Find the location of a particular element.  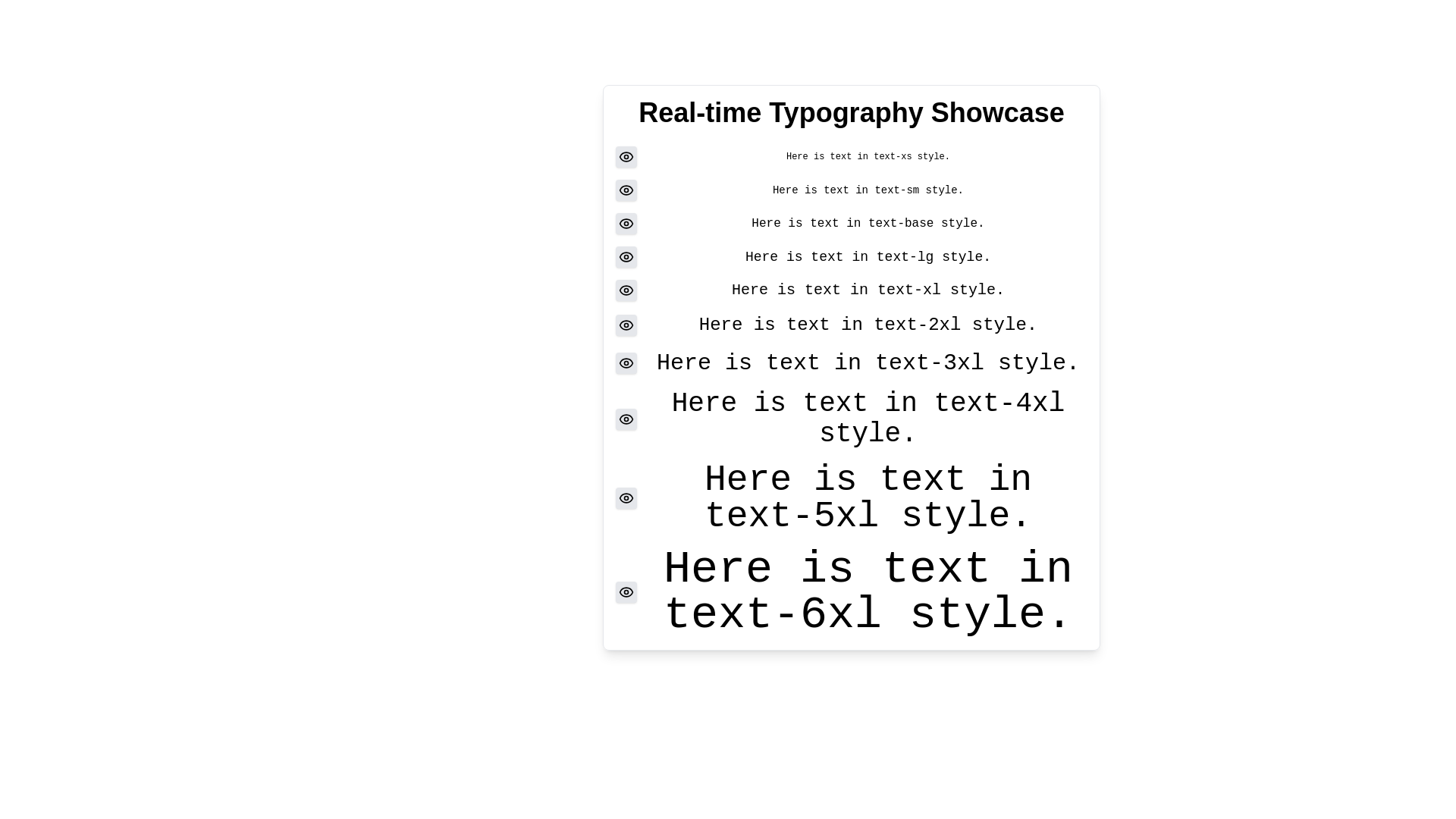

the button with a light gray background and an eye icon, located to the left of the text 'Here is text in text-3xl style', for keyboard interaction is located at coordinates (626, 362).